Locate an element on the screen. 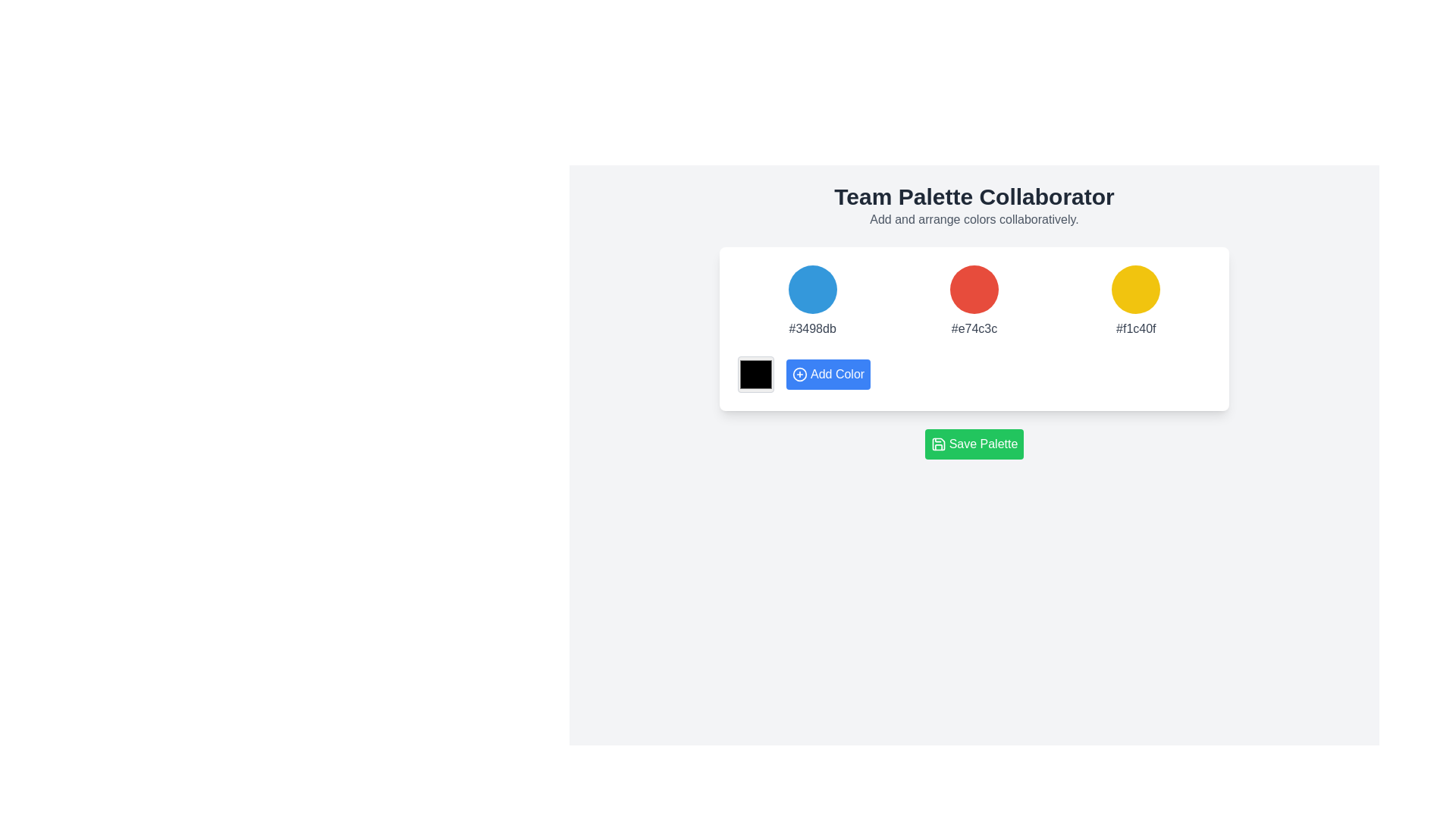 This screenshot has width=1456, height=819. the leftmost color selector item in the color palette for detailed operations is located at coordinates (811, 301).